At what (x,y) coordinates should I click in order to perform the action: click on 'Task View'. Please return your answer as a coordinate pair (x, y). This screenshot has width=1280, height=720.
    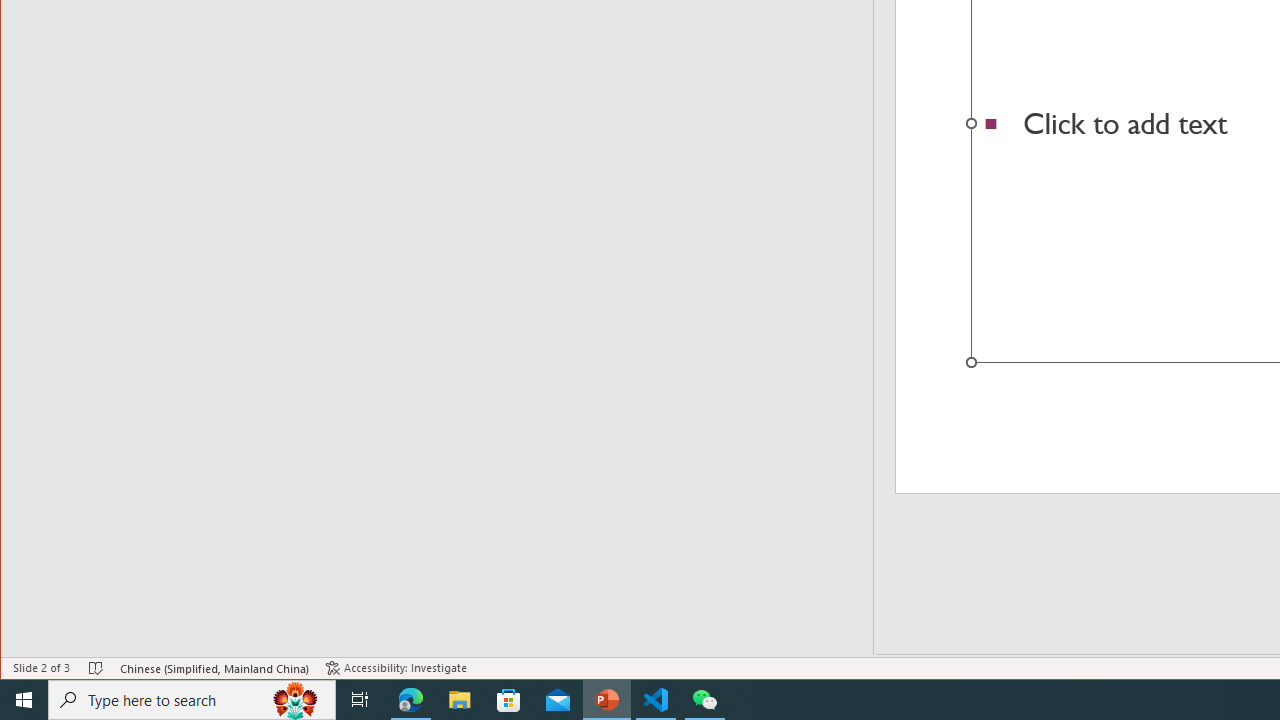
    Looking at the image, I should click on (359, 698).